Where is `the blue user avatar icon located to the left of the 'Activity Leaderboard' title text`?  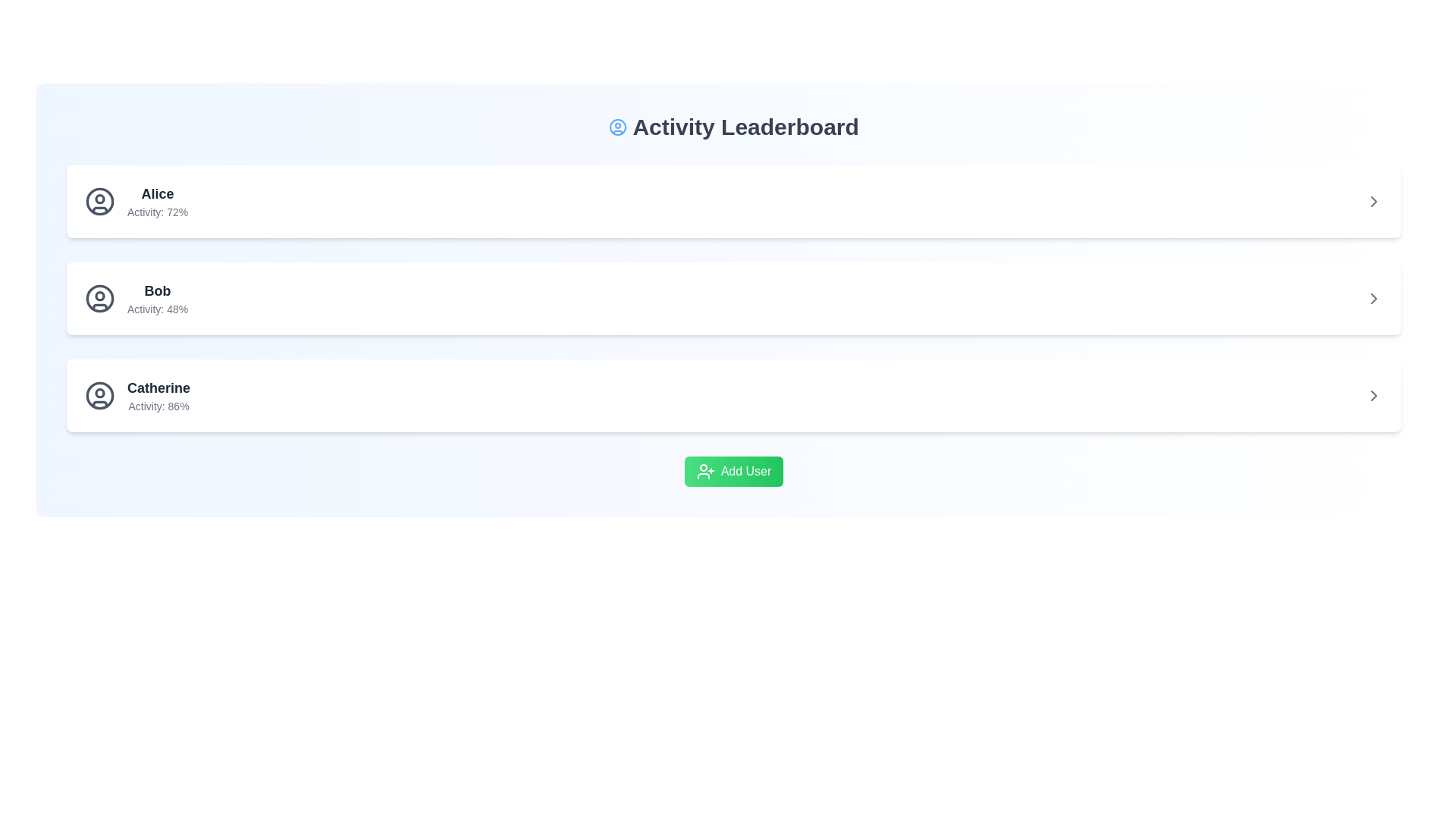
the blue user avatar icon located to the left of the 'Activity Leaderboard' title text is located at coordinates (618, 127).